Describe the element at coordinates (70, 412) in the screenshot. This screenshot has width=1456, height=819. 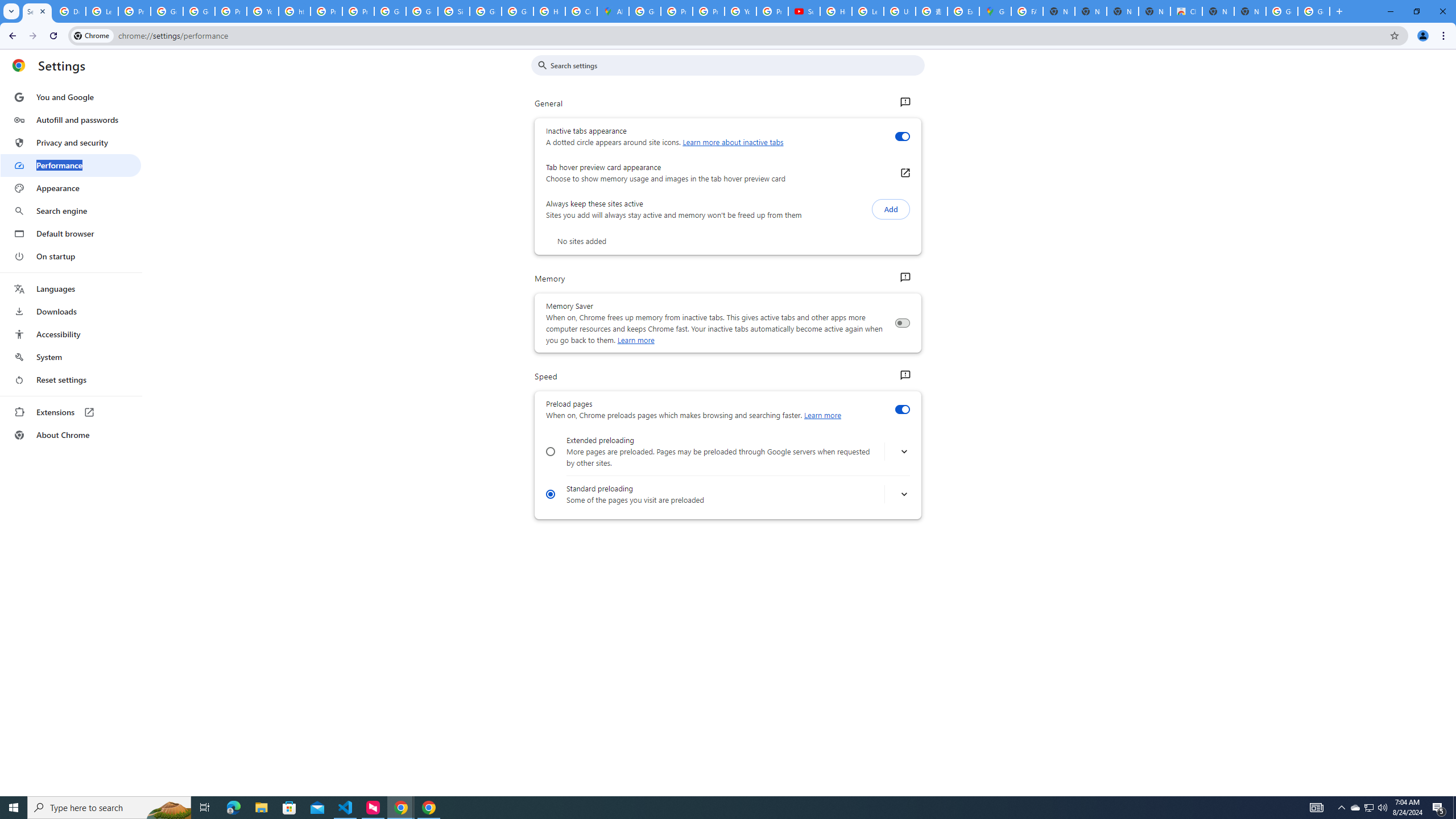
I see `'Extensions'` at that location.